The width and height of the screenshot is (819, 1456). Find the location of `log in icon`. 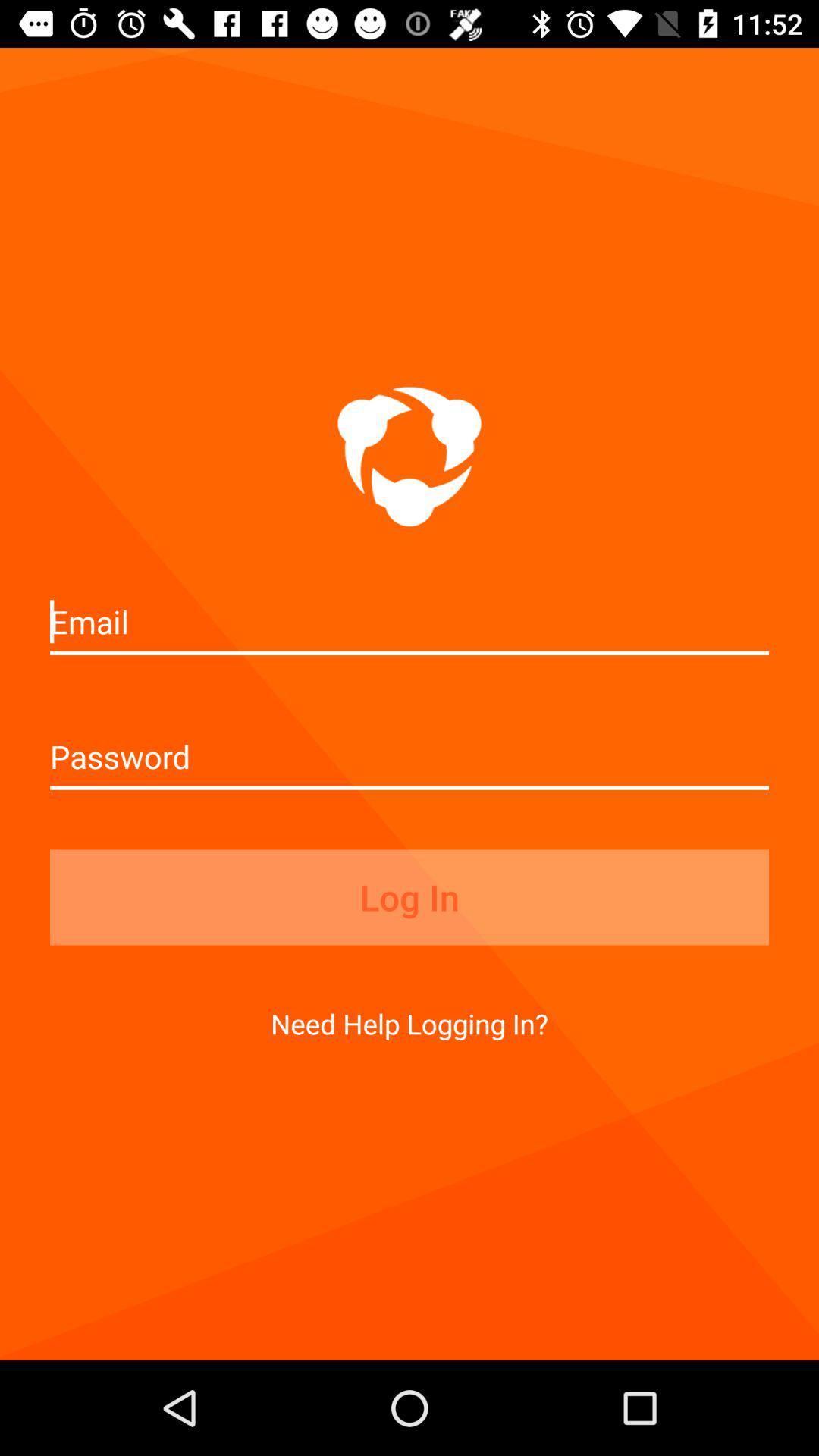

log in icon is located at coordinates (409, 897).